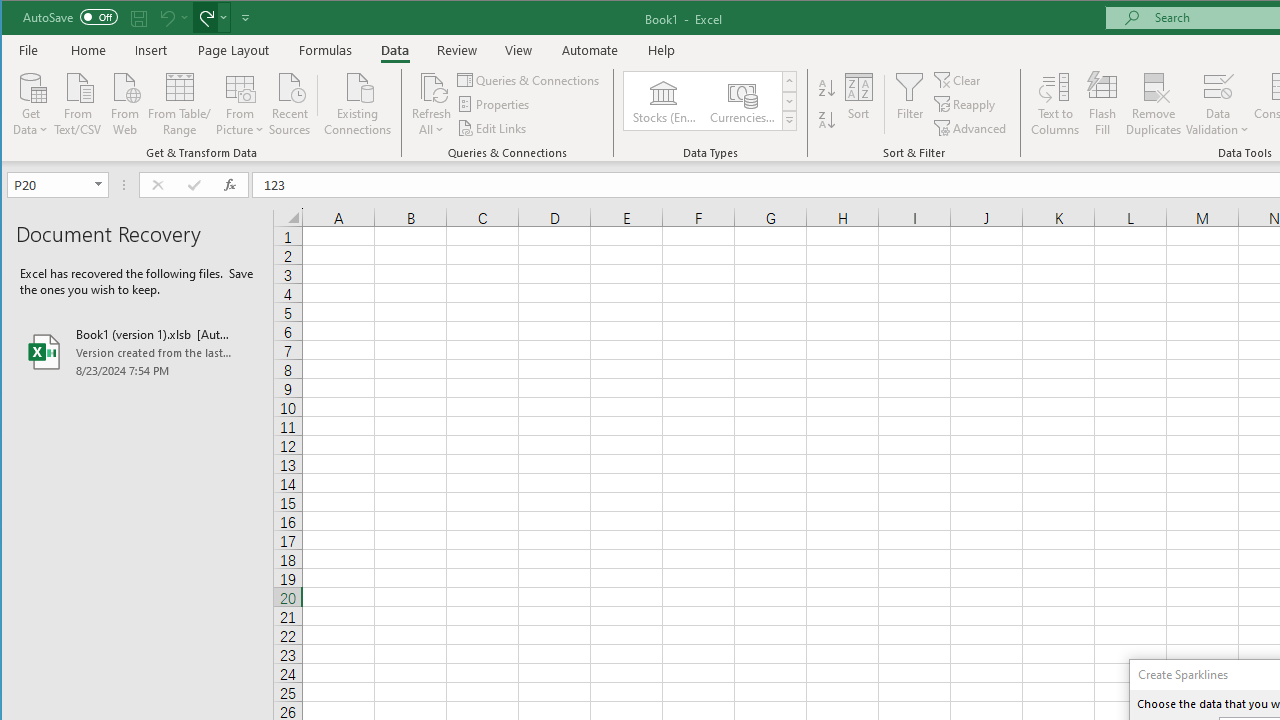 The width and height of the screenshot is (1280, 720). Describe the element at coordinates (788, 80) in the screenshot. I see `'Row up'` at that location.